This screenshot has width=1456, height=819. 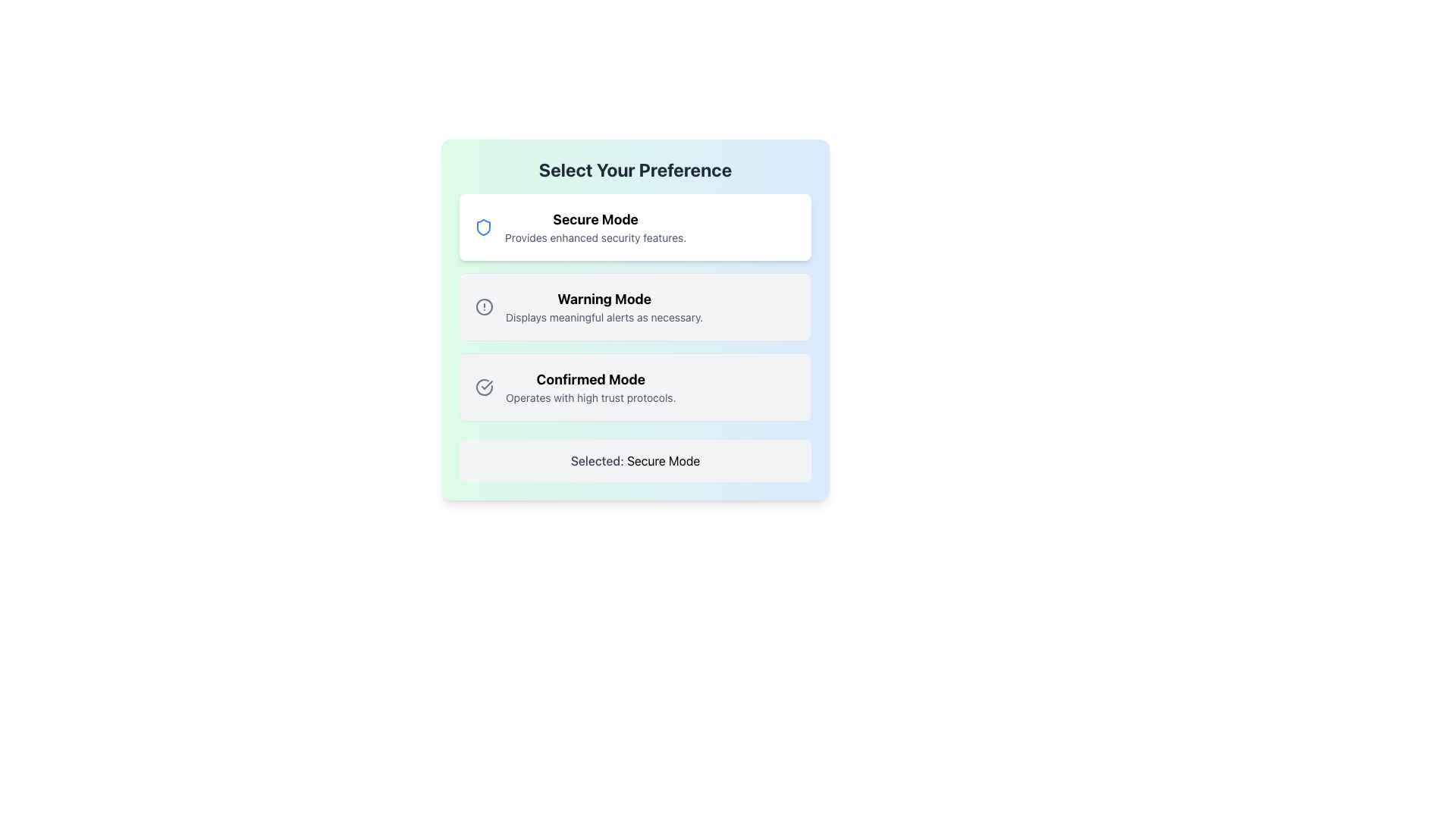 I want to click on the static text label displaying 'Selected:' which is located inside a card with a light gray background at the bottom of the layout, so click(x=596, y=460).